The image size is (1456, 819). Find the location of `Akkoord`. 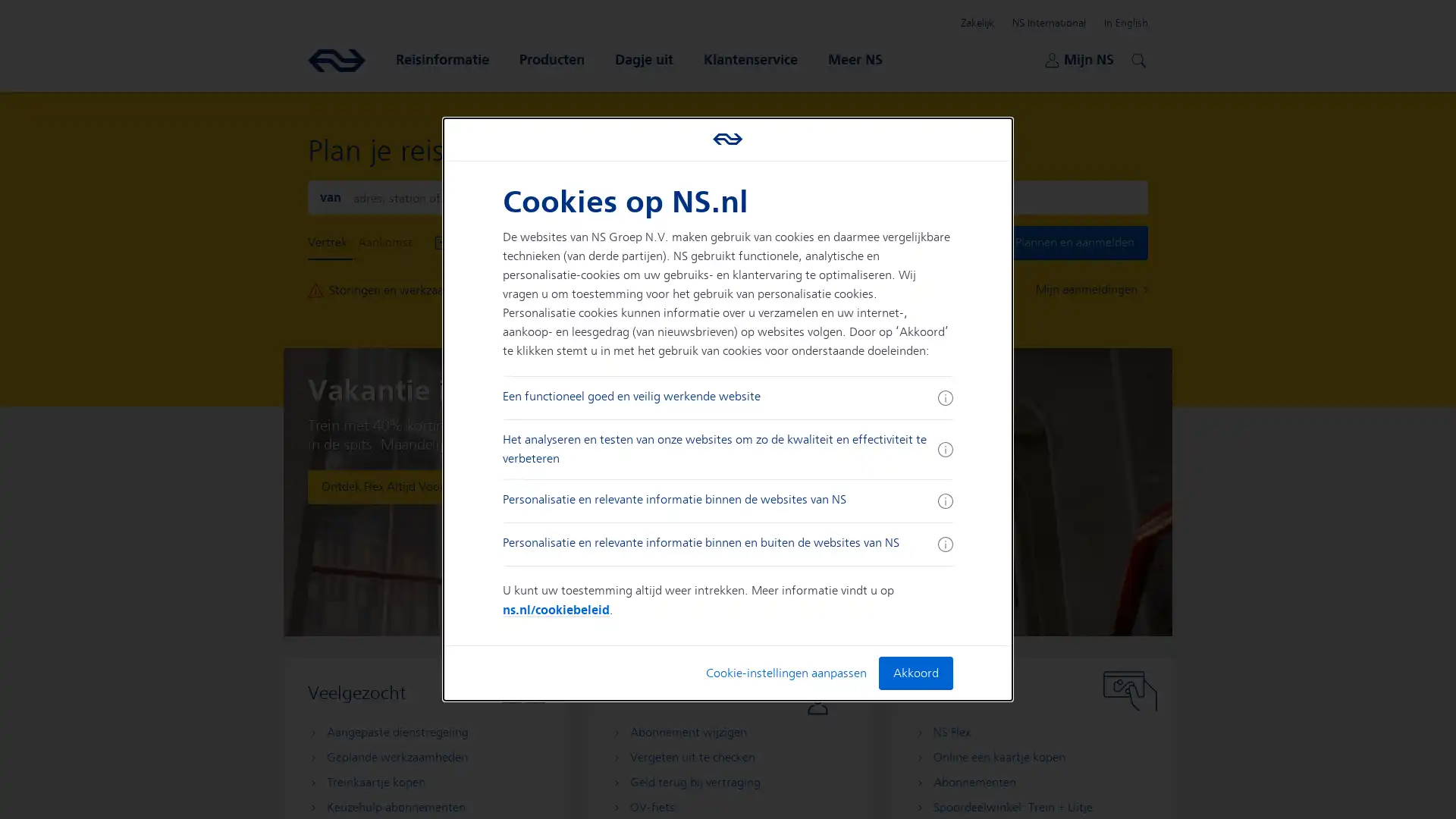

Akkoord is located at coordinates (914, 672).